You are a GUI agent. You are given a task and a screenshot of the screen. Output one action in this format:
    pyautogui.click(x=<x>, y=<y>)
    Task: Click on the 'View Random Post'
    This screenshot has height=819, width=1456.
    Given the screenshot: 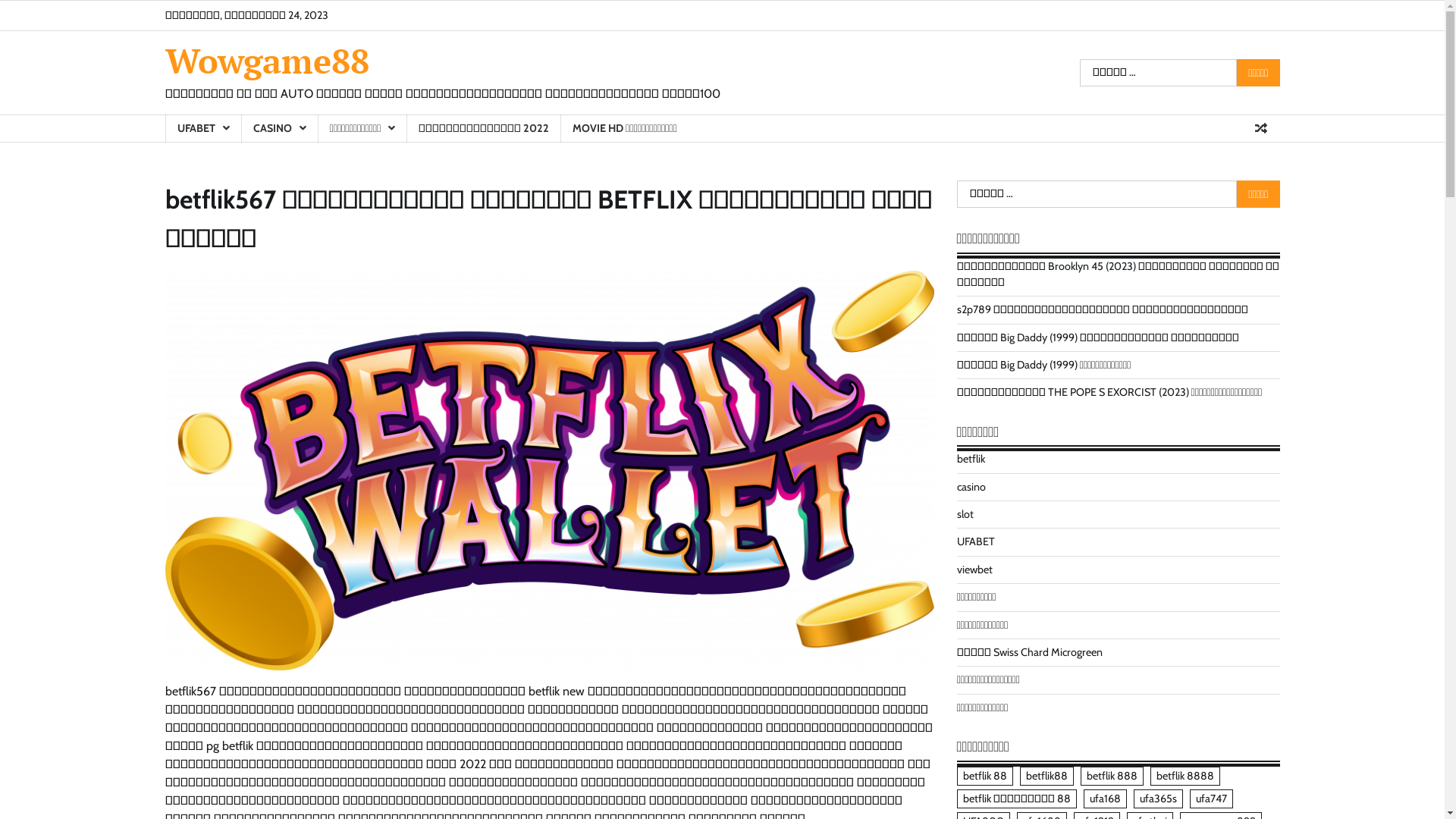 What is the action you would take?
    pyautogui.click(x=1260, y=127)
    